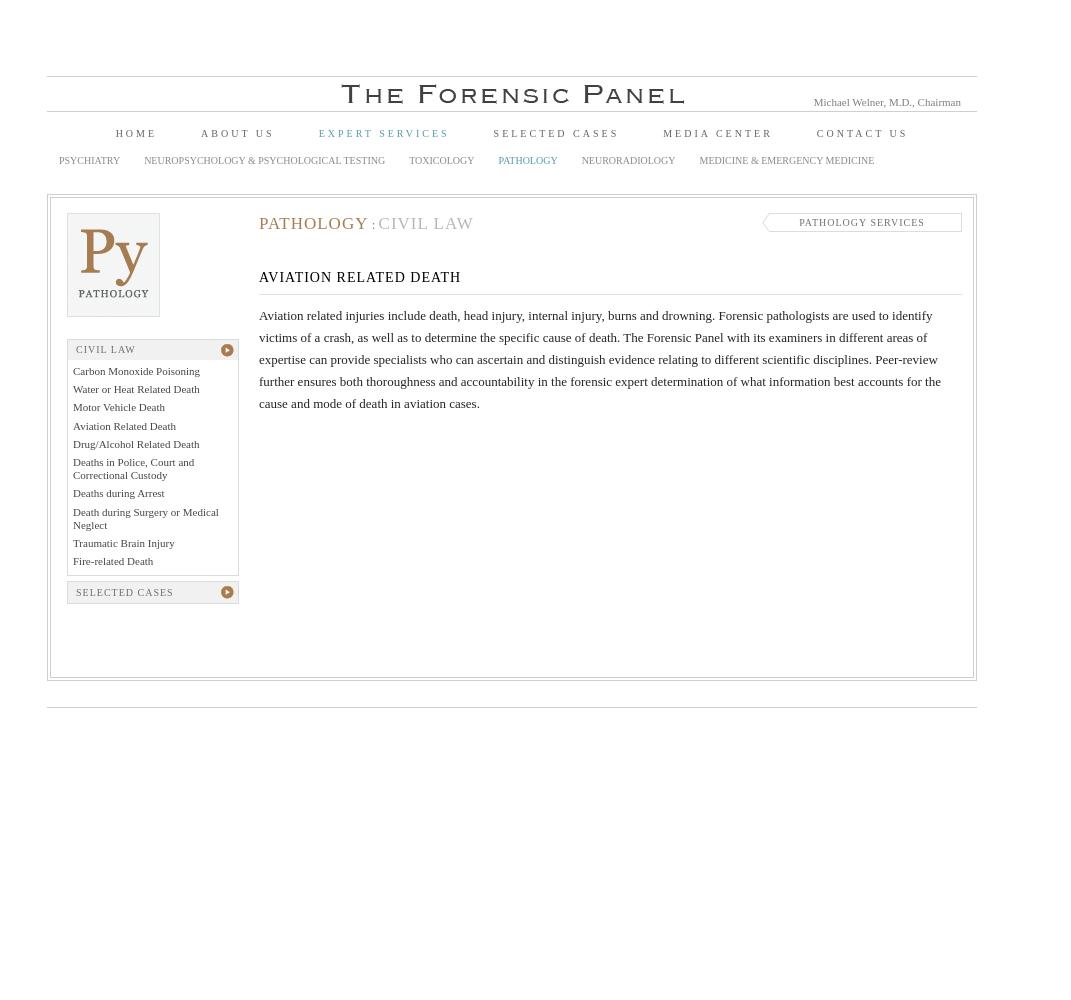 This screenshot has width=1071, height=1000. What do you see at coordinates (862, 133) in the screenshot?
I see `'Contact Us'` at bounding box center [862, 133].